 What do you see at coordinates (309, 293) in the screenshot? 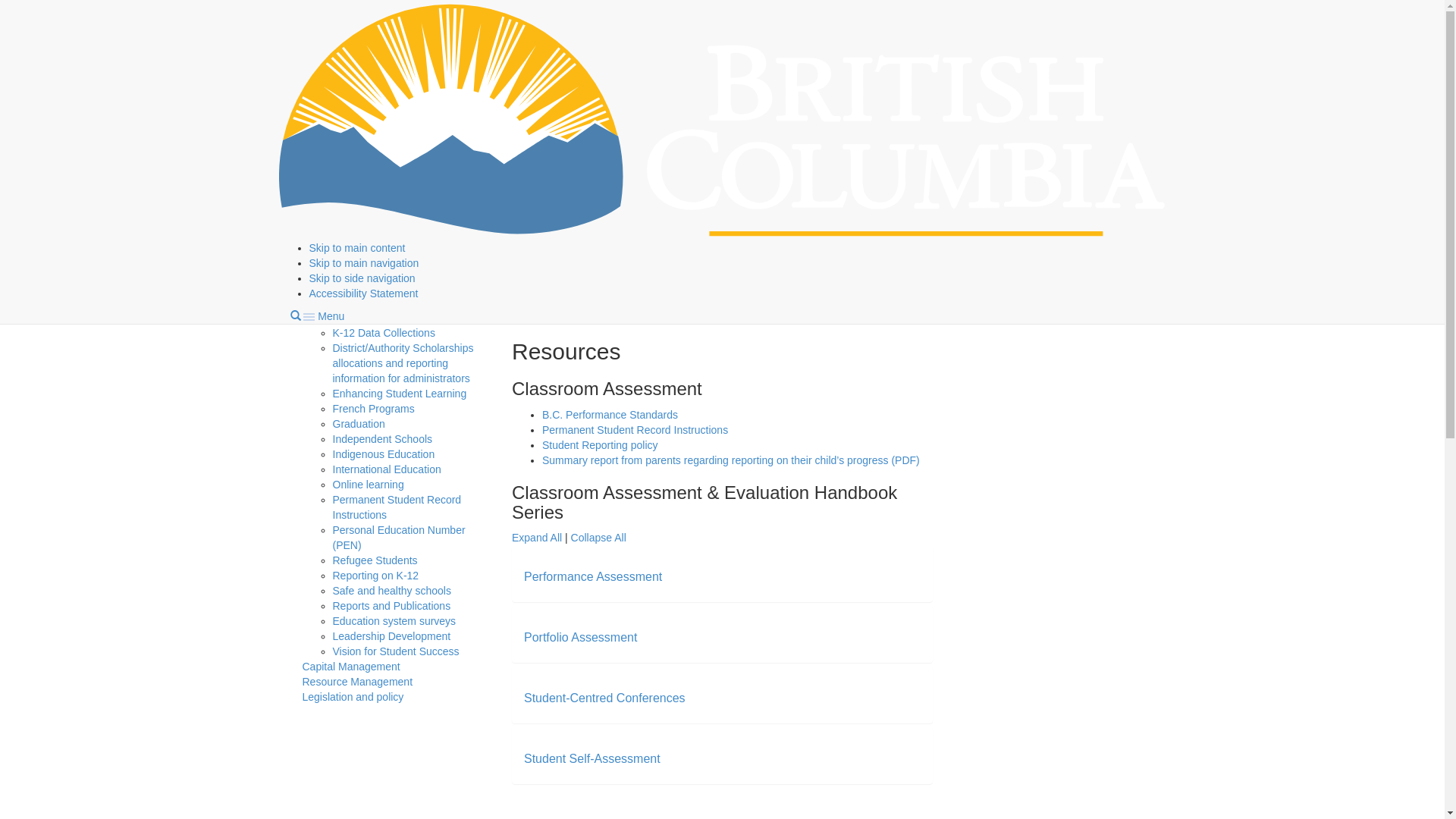
I see `'Accessibility Statement'` at bounding box center [309, 293].